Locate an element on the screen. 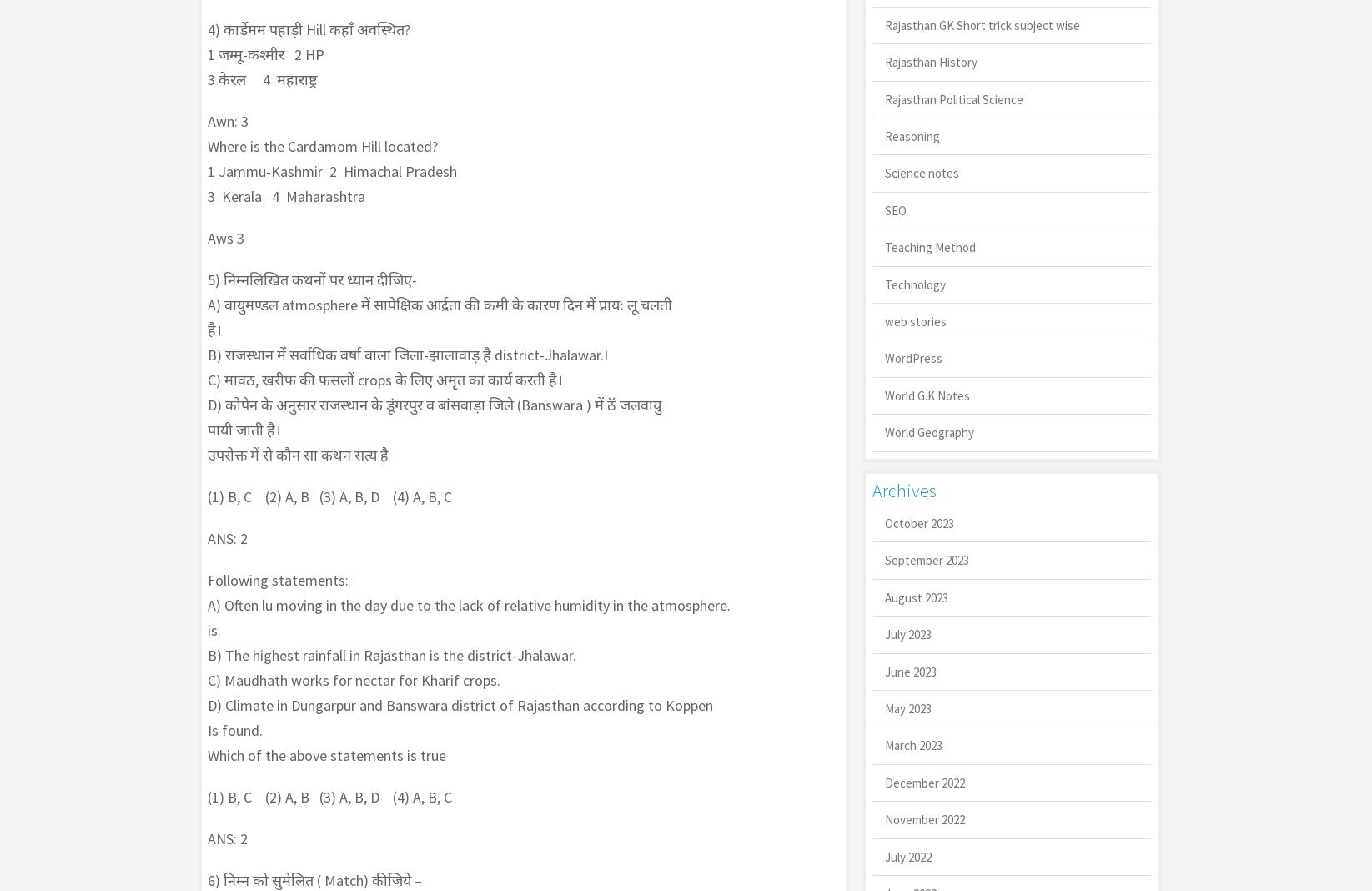 This screenshot has height=891, width=1372. 'D) कोपेन के अनुसार राजस्थान के डूंगरपुर व बांसवाड़ा जिले (Banswara ) में ठॅ जलवायु' is located at coordinates (433, 405).